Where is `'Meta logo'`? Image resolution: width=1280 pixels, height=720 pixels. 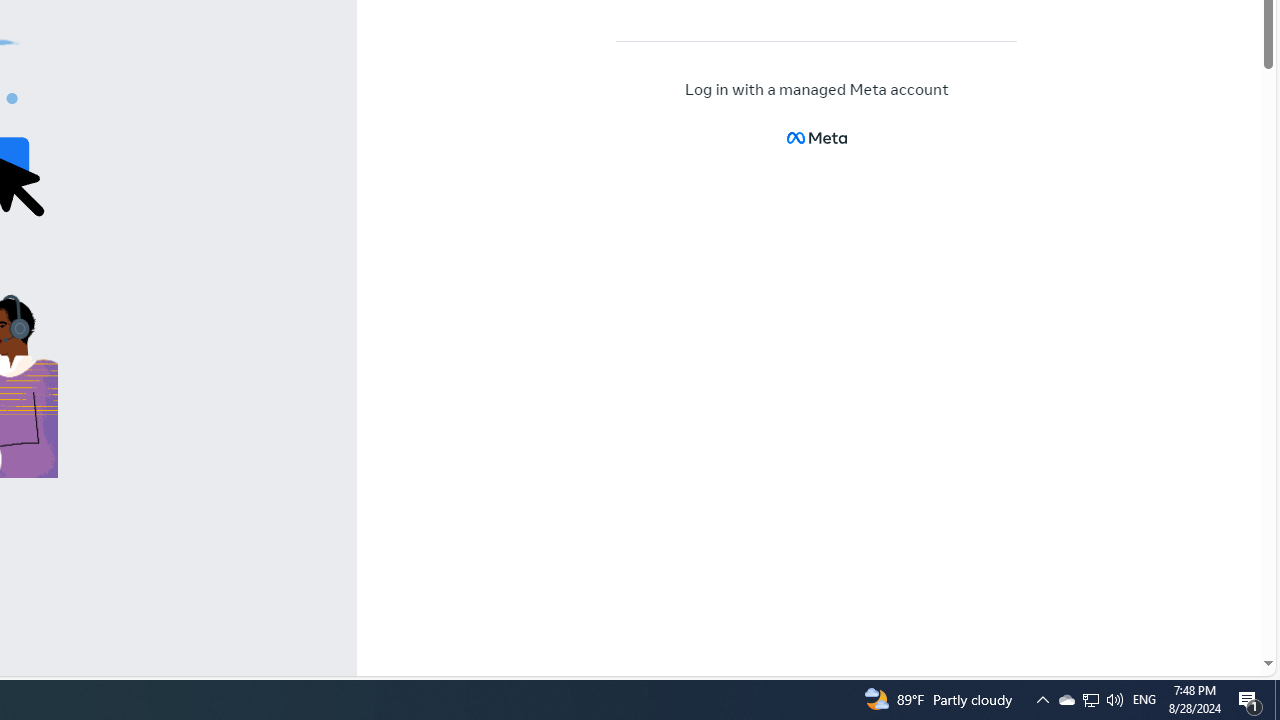 'Meta logo' is located at coordinates (816, 137).